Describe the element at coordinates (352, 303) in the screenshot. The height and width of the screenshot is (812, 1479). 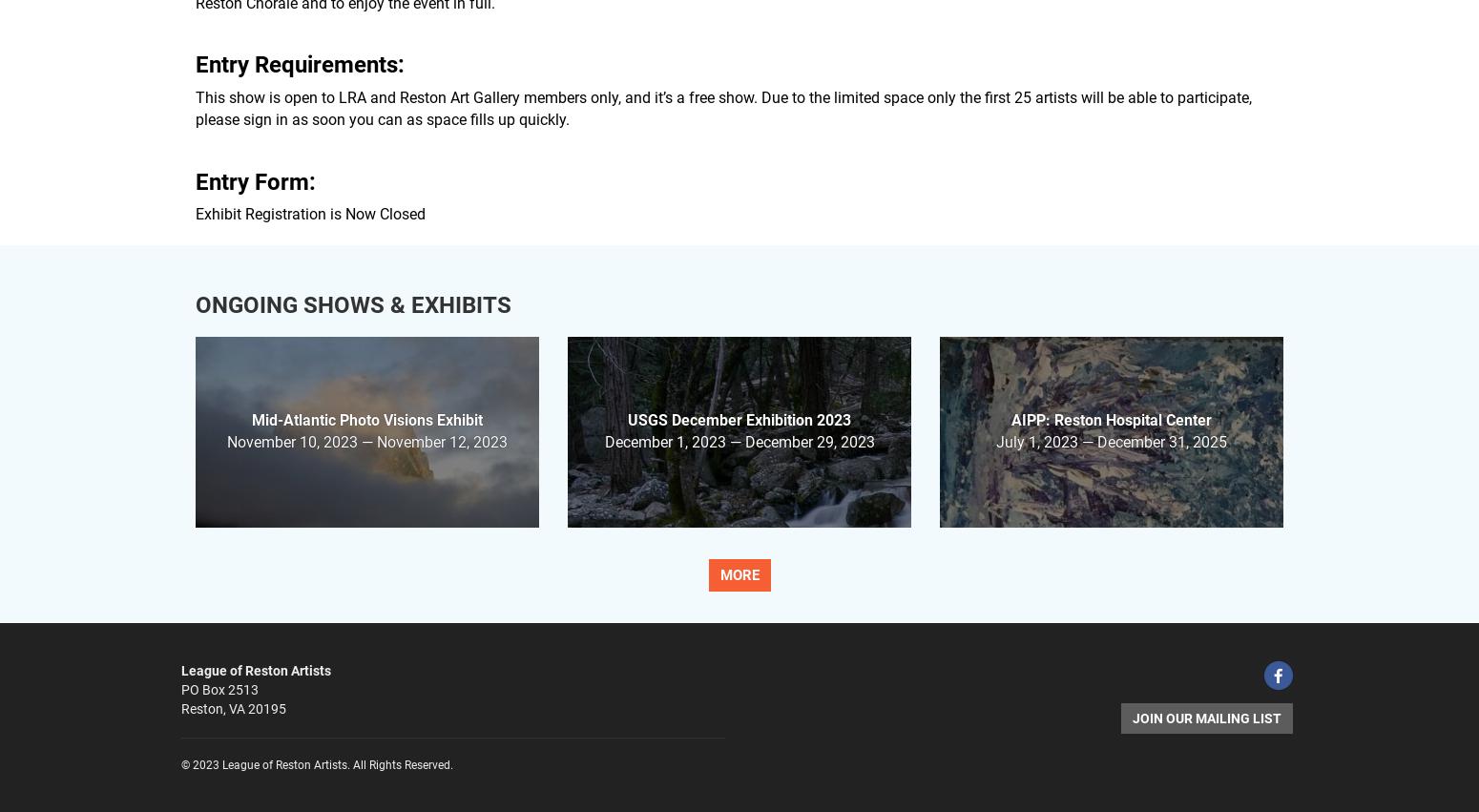
I see `'Ongoing Shows & Exhibits'` at that location.